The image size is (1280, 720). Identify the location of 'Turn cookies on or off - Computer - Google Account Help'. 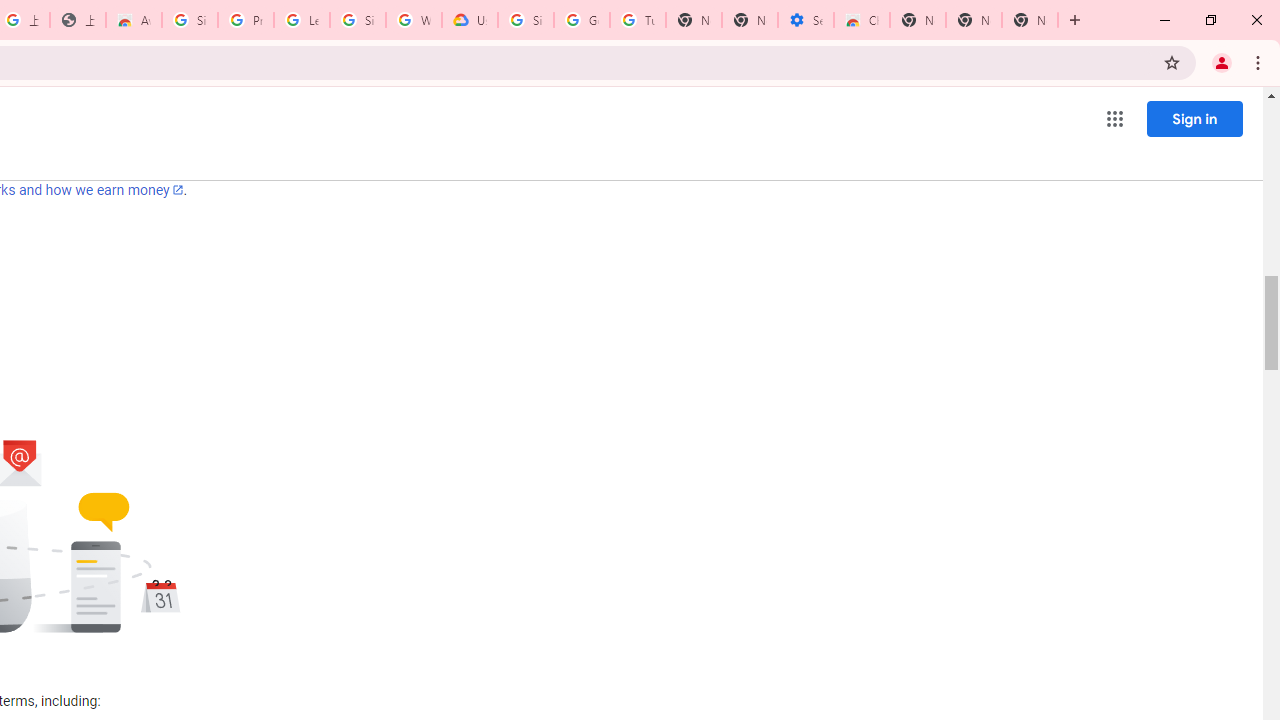
(637, 20).